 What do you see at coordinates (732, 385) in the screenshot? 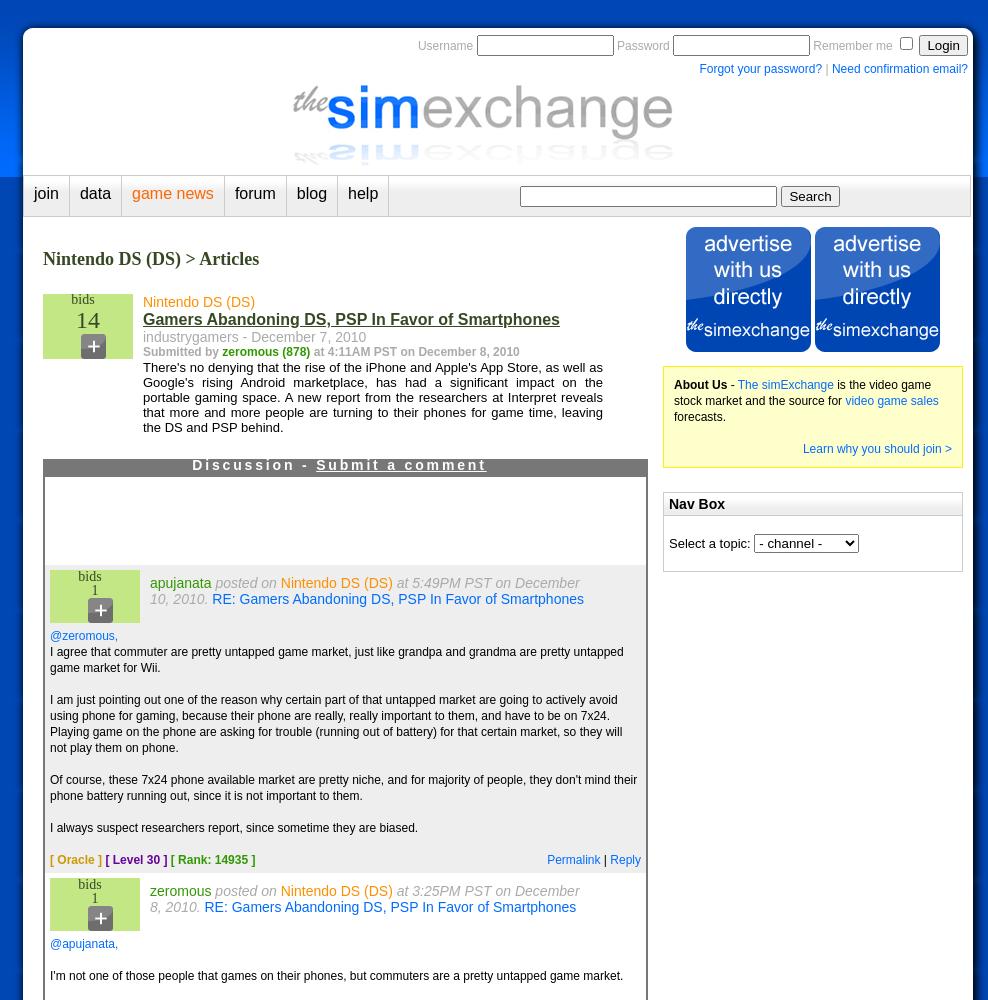
I see `'-'` at bounding box center [732, 385].